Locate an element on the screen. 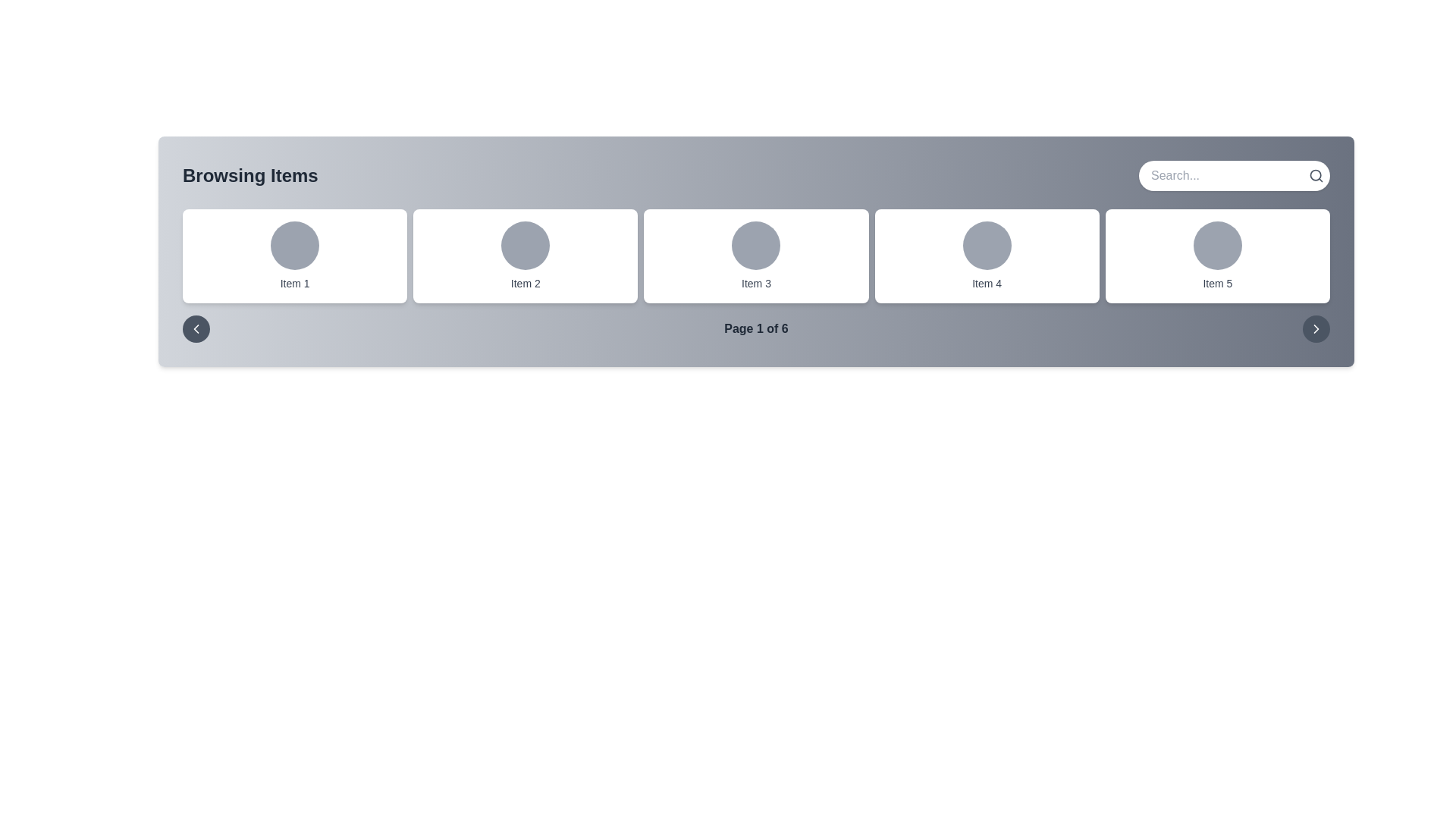 This screenshot has width=1456, height=819. text label 'Item 4' located at the bottom of the fourth card in a horizontal list of cards is located at coordinates (987, 284).